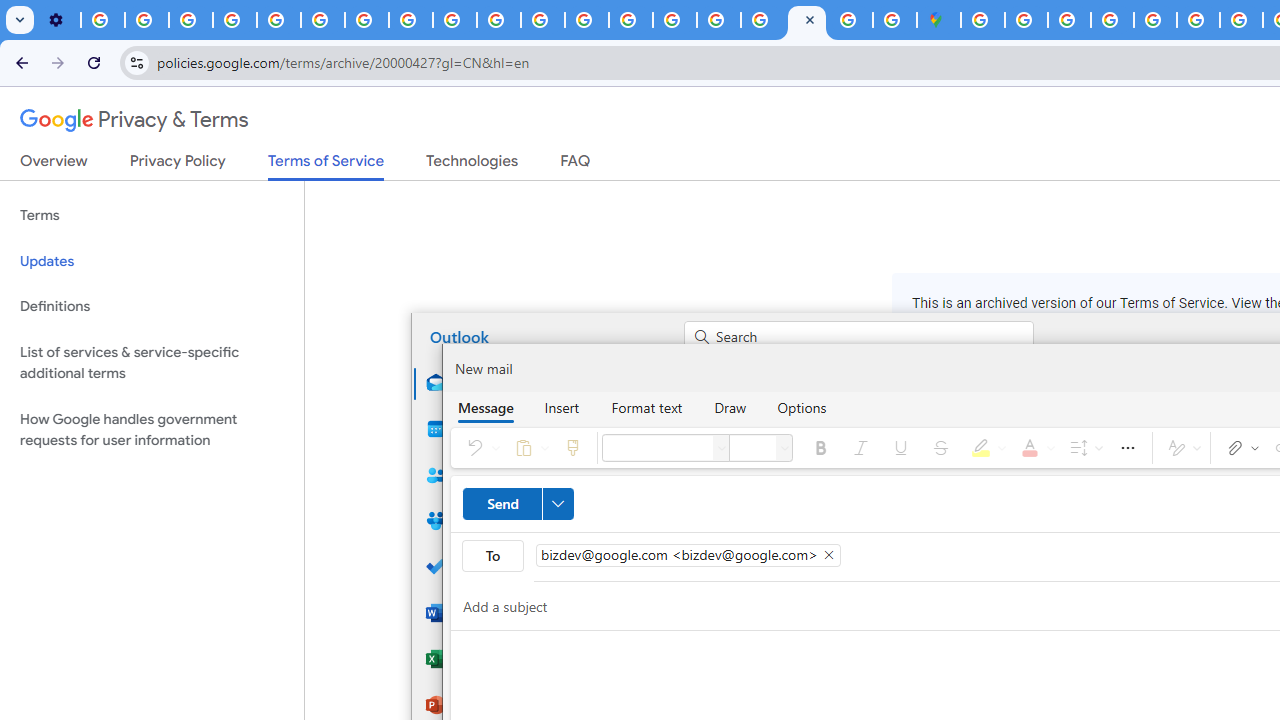 This screenshot has height=720, width=1280. Describe the element at coordinates (985, 446) in the screenshot. I see `'Text highlight color'` at that location.